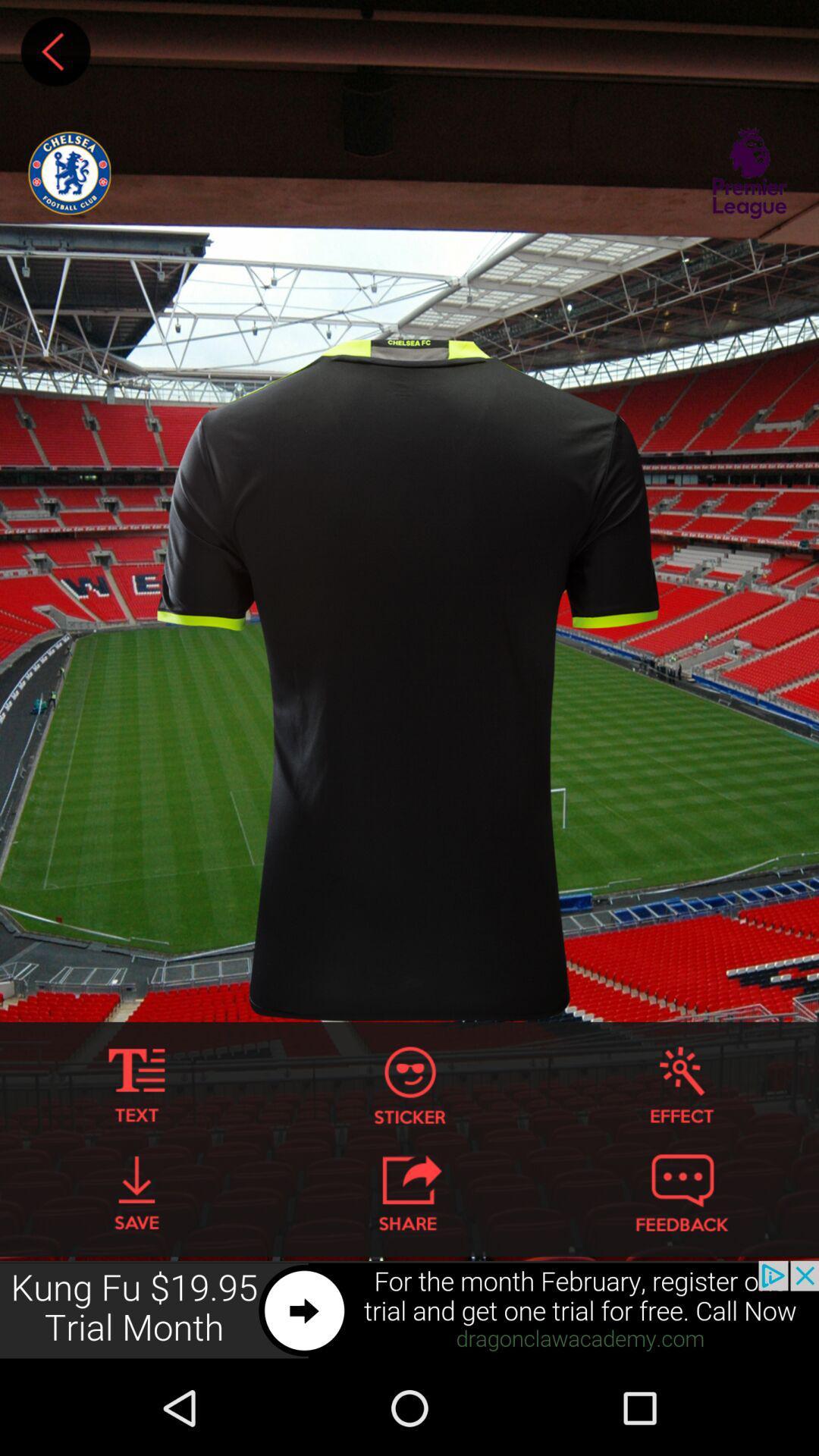 This screenshot has width=819, height=1456. What do you see at coordinates (409, 1310) in the screenshot?
I see `watch advertisement` at bounding box center [409, 1310].